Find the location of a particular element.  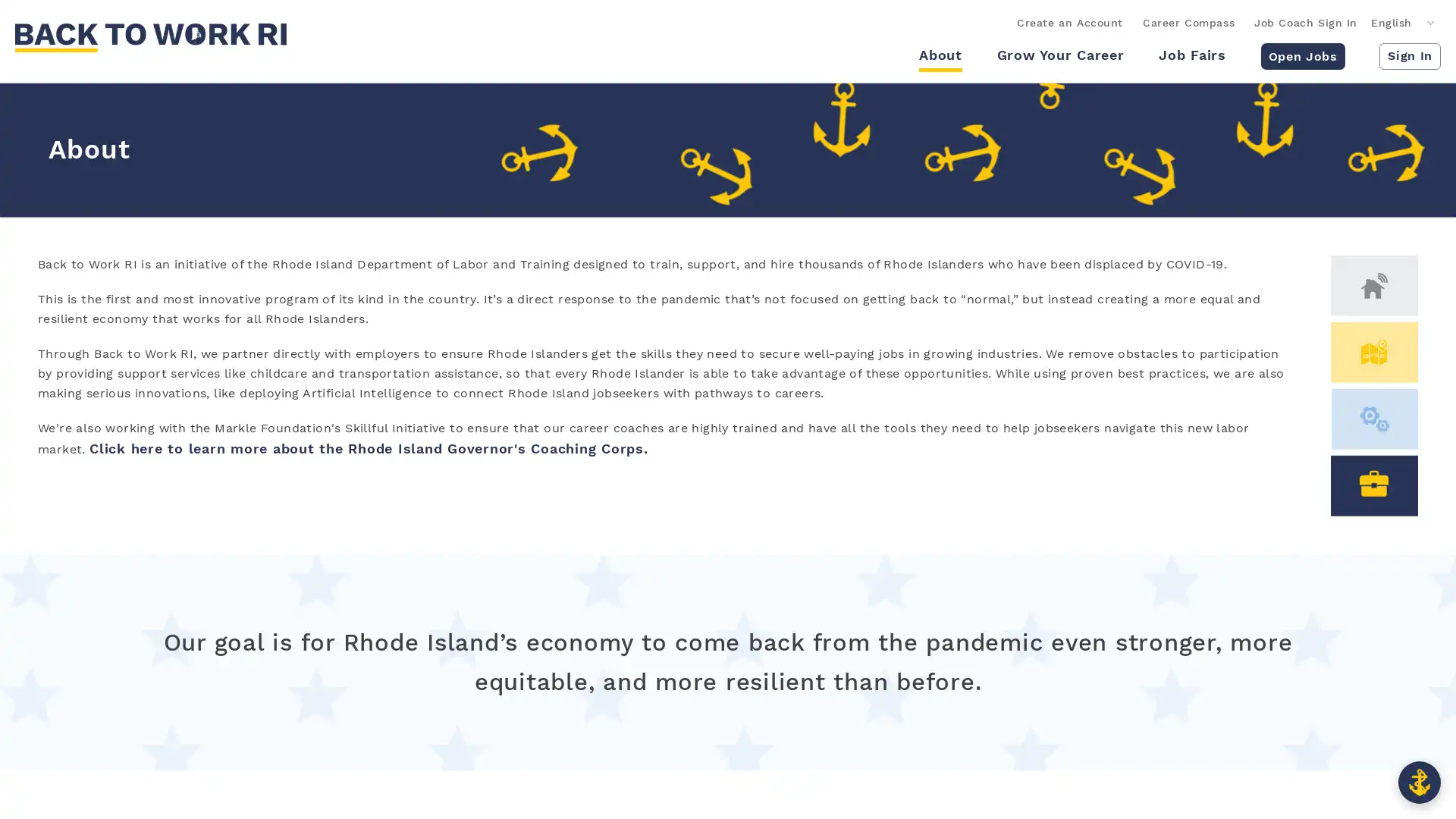

Sign In is located at coordinates (1409, 55).